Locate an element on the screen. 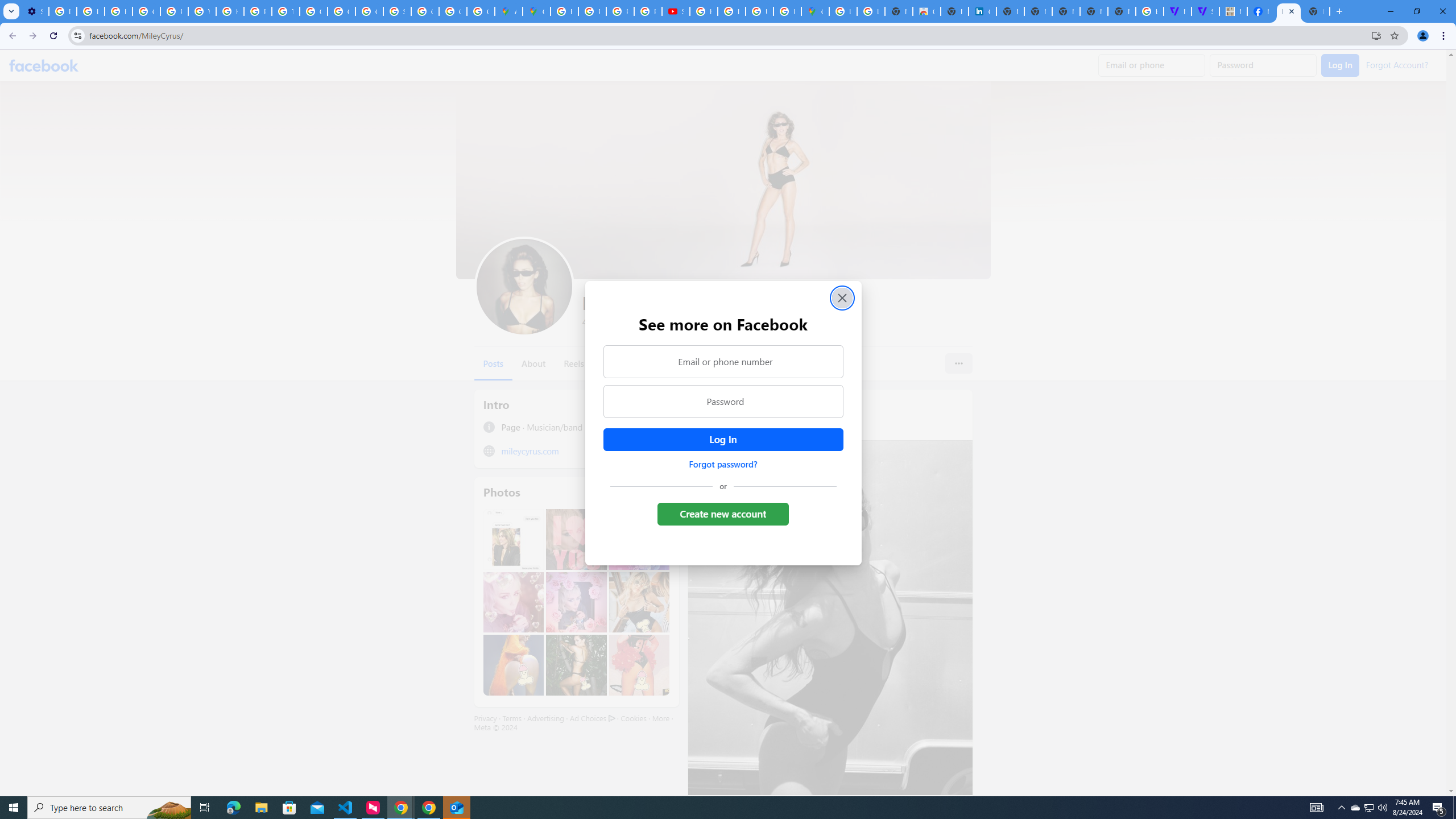 This screenshot has height=819, width=1456. 'Streaming - The Verge' is located at coordinates (1205, 11).